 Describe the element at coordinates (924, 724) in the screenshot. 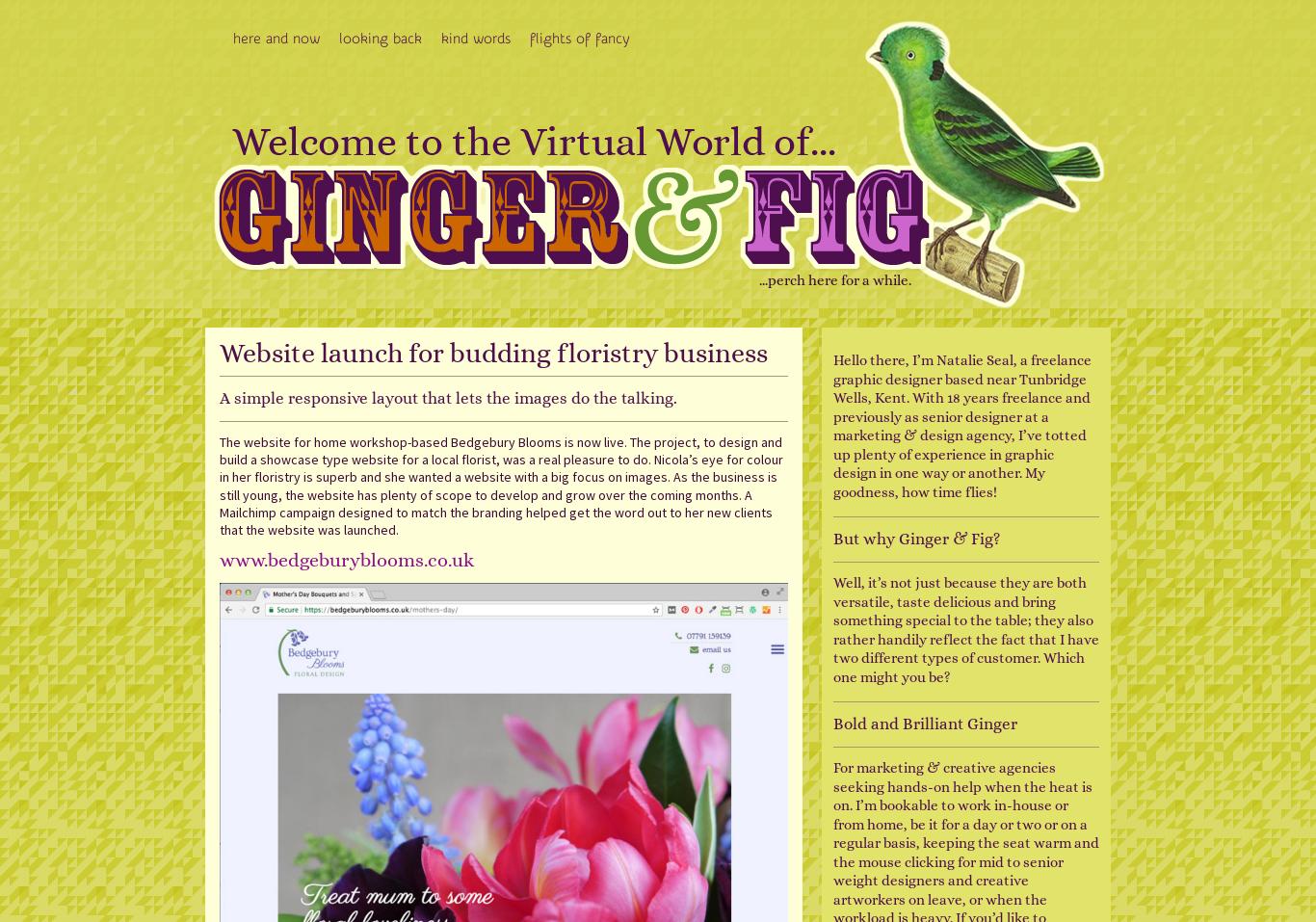

I see `'Bold and Brilliant Ginger'` at that location.